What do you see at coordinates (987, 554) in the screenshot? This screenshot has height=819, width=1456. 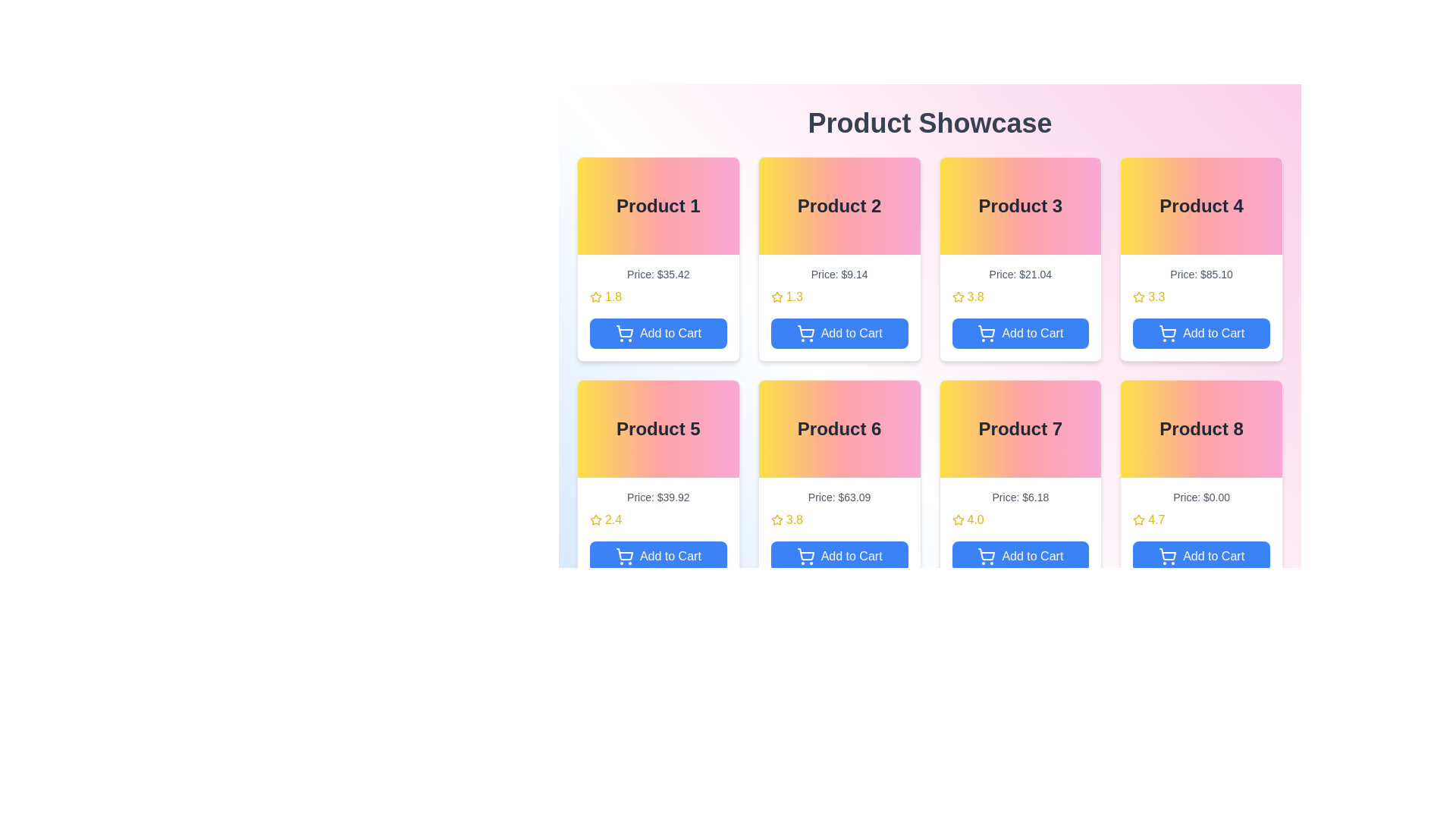 I see `the shopping cart icon, which is part of the 'Add to Cart' button located in the seventh product card of the grid layout` at bounding box center [987, 554].